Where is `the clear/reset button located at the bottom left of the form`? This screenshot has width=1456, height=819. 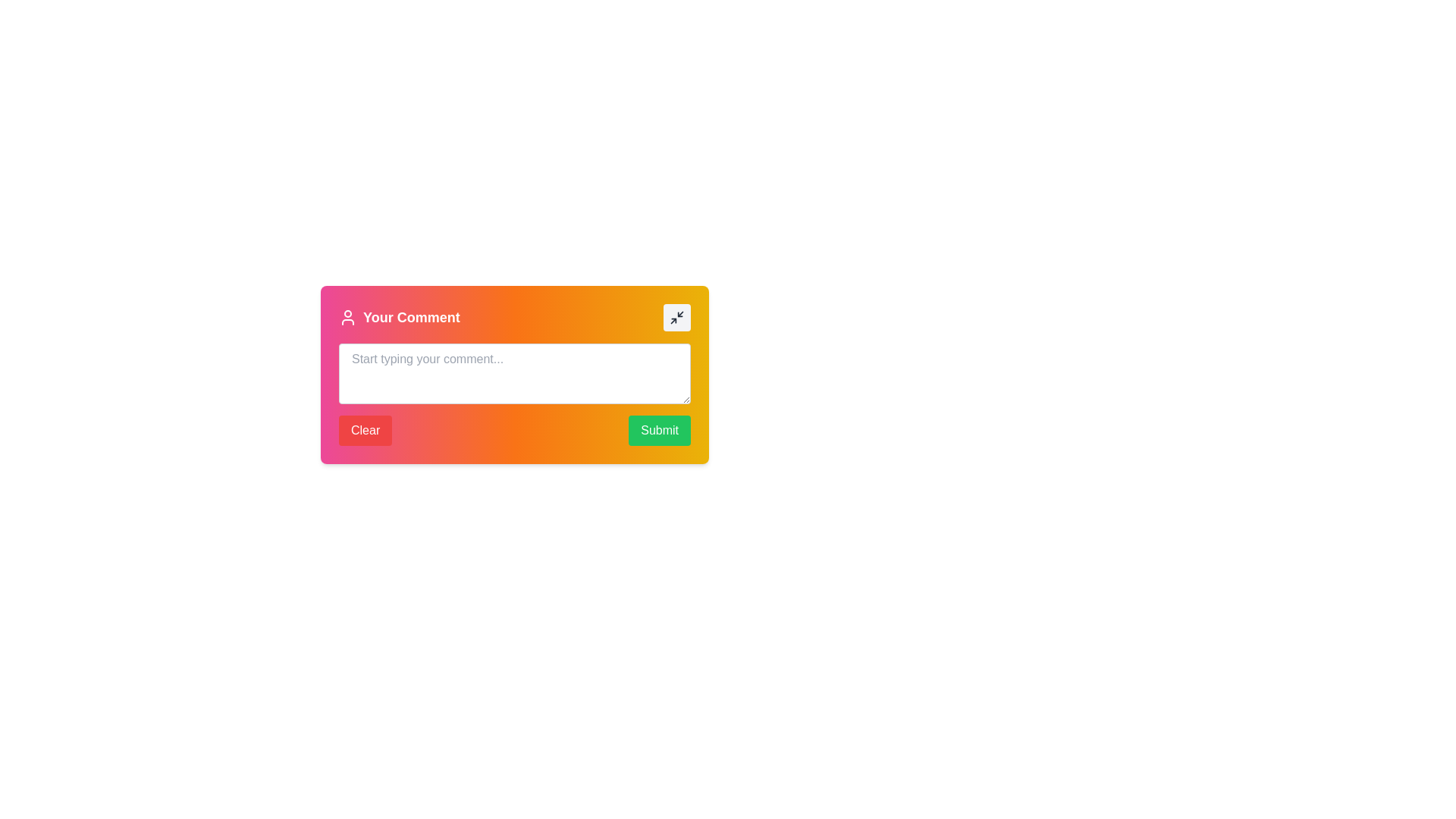 the clear/reset button located at the bottom left of the form is located at coordinates (366, 430).